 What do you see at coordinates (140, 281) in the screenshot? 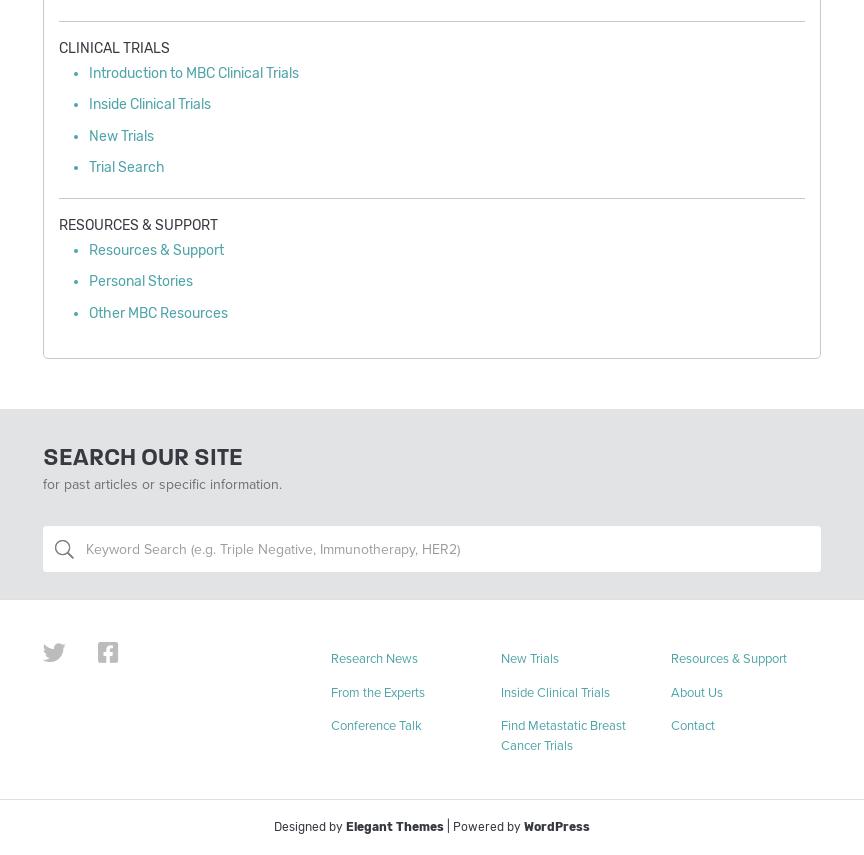
I see `'Personal Stories'` at bounding box center [140, 281].